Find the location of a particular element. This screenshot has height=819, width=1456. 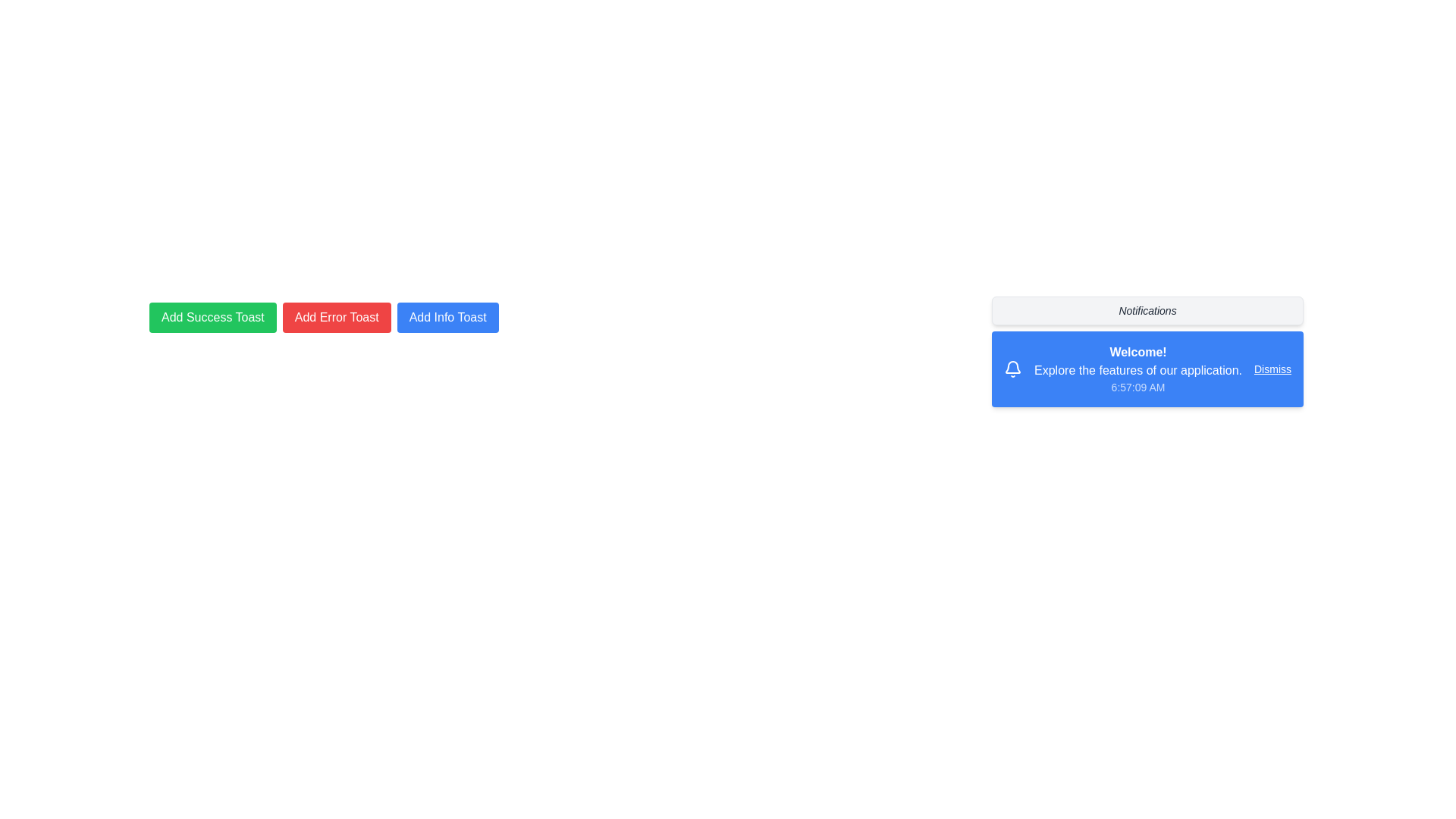

the 'Add Success Toast' button, which is a rectangular button with white text on a green background, to initiate the success toast display is located at coordinates (212, 317).